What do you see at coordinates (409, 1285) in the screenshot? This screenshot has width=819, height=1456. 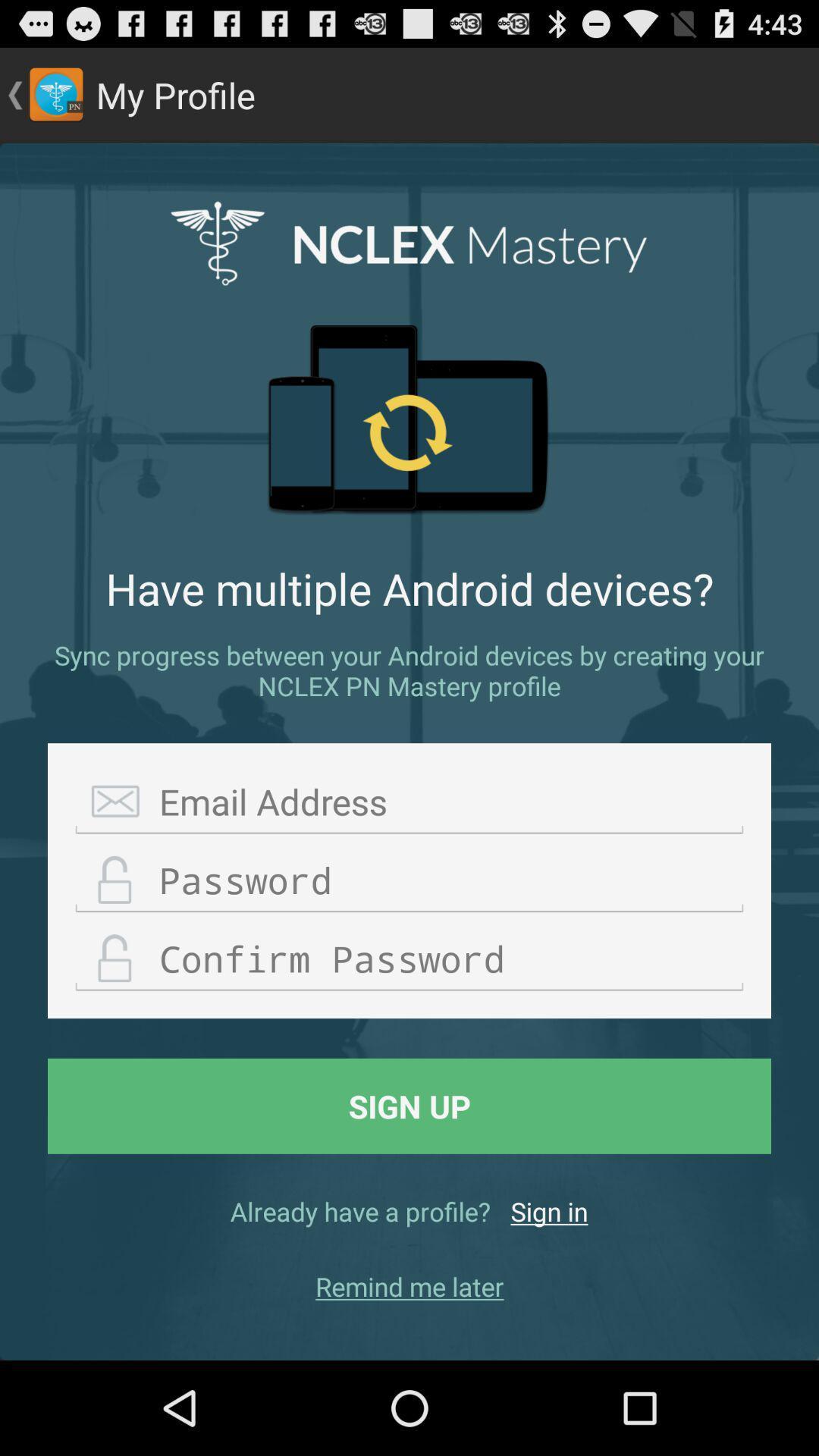 I see `the remind me later icon` at bounding box center [409, 1285].